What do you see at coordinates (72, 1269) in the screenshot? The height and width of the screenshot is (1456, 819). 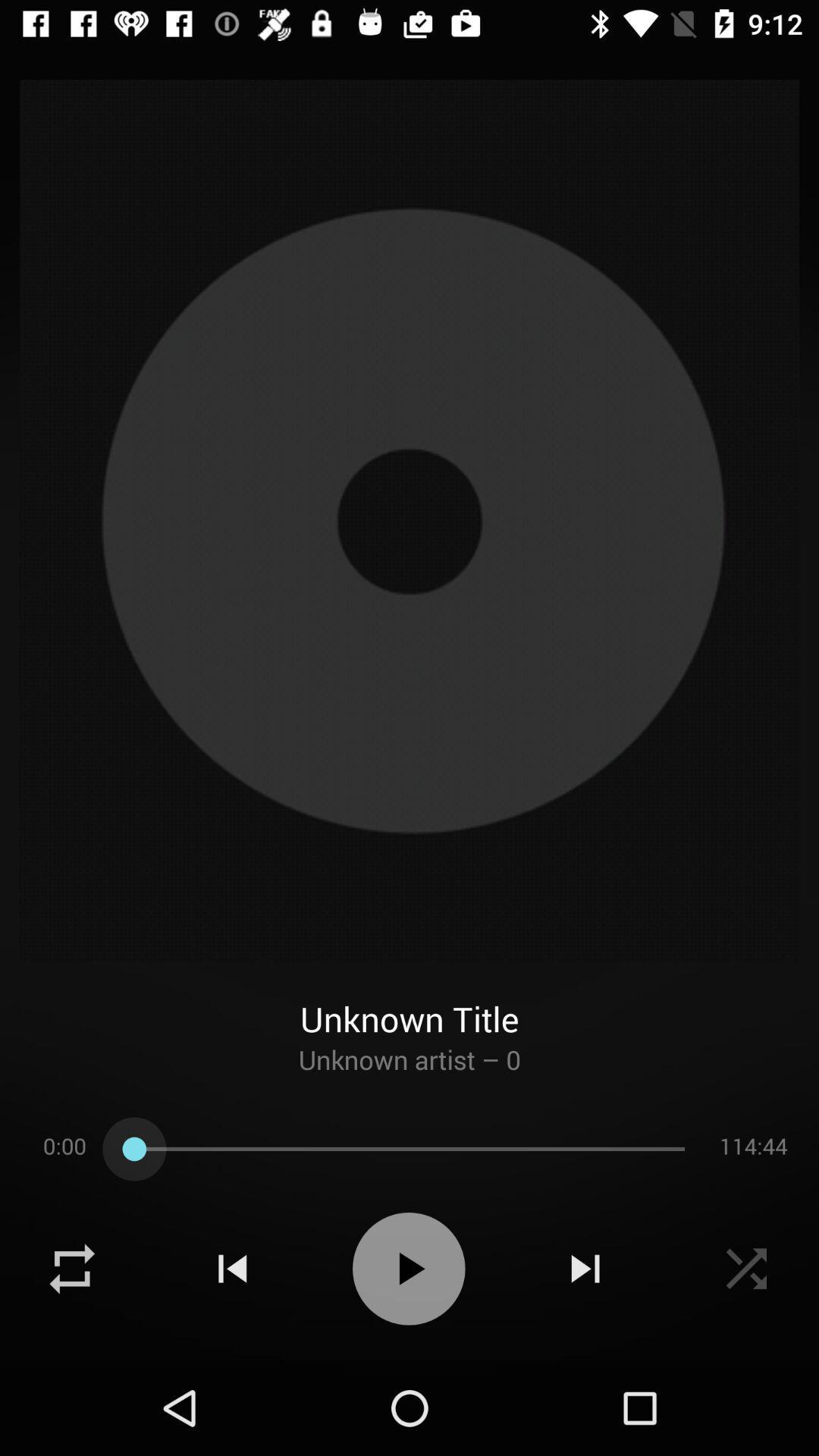 I see `click on the shuffle symbol` at bounding box center [72, 1269].